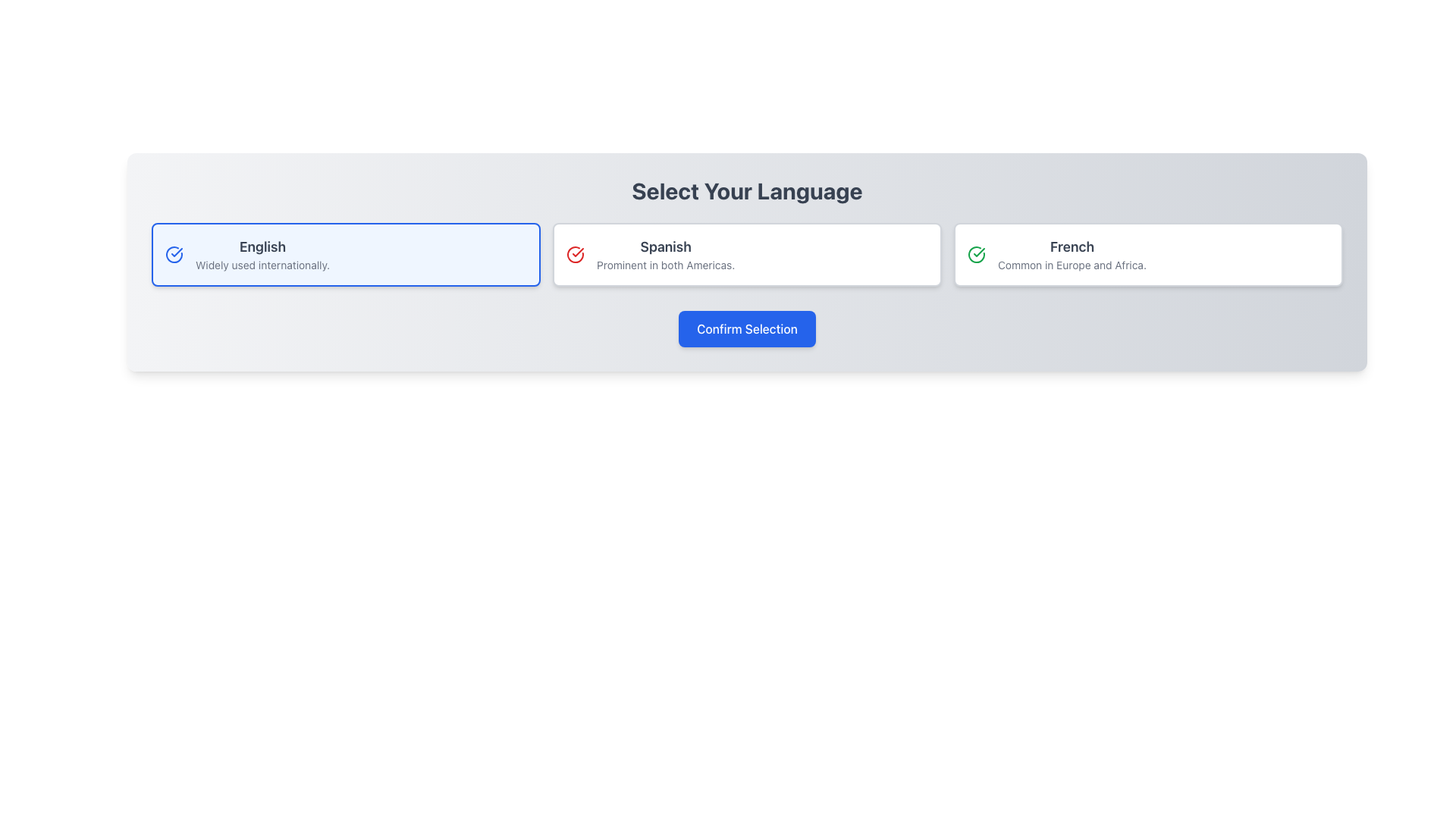  Describe the element at coordinates (747, 253) in the screenshot. I see `the 'Spanish' button, which is a rectangular card featuring a bold, dark-gray title and a subtitle, located in the second column of a three-column grid` at that location.